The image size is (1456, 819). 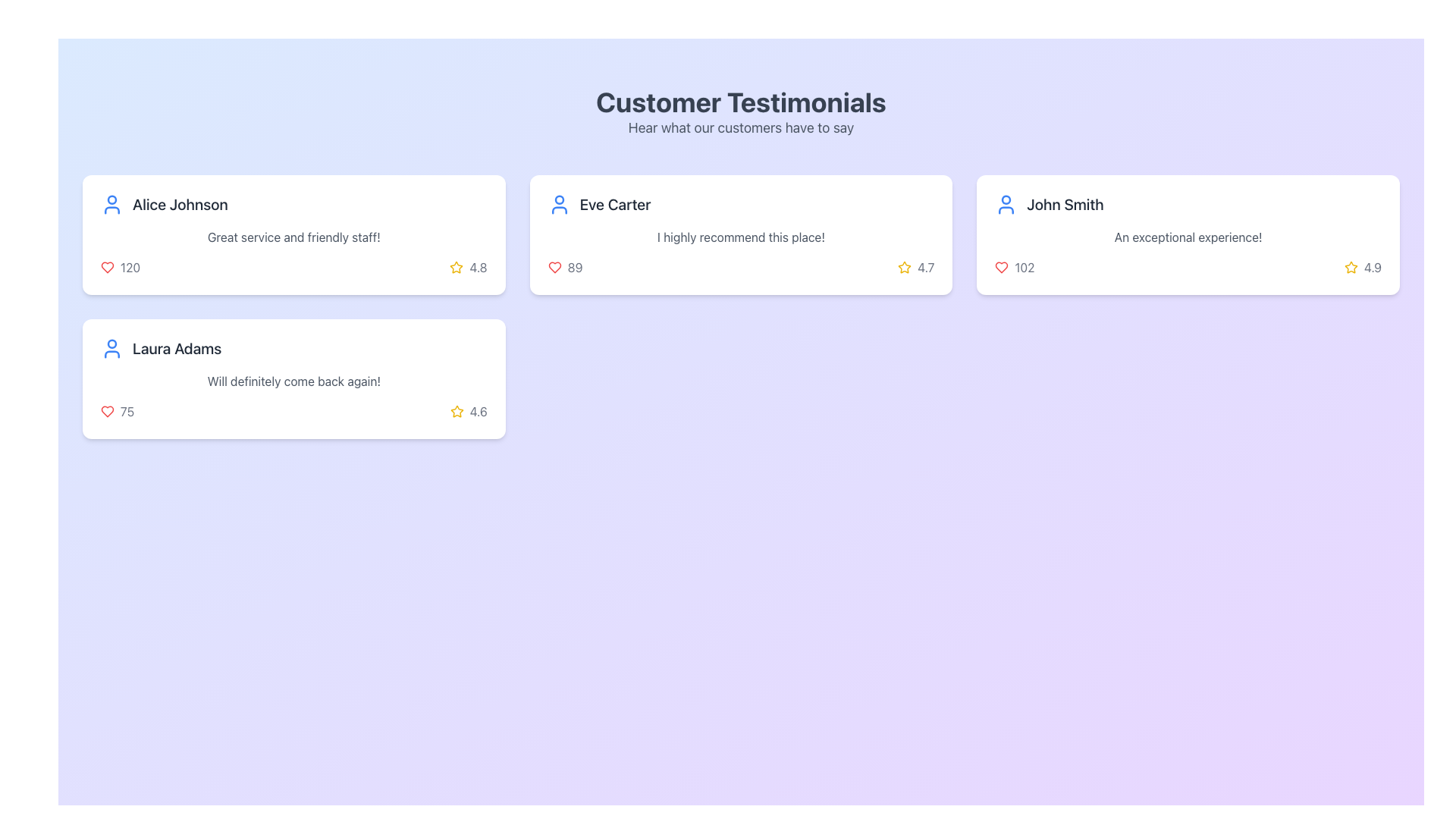 What do you see at coordinates (111, 205) in the screenshot?
I see `the decorative icon indicating Alice Johnson's testimonial, located at the top-left of the testimonial card` at bounding box center [111, 205].